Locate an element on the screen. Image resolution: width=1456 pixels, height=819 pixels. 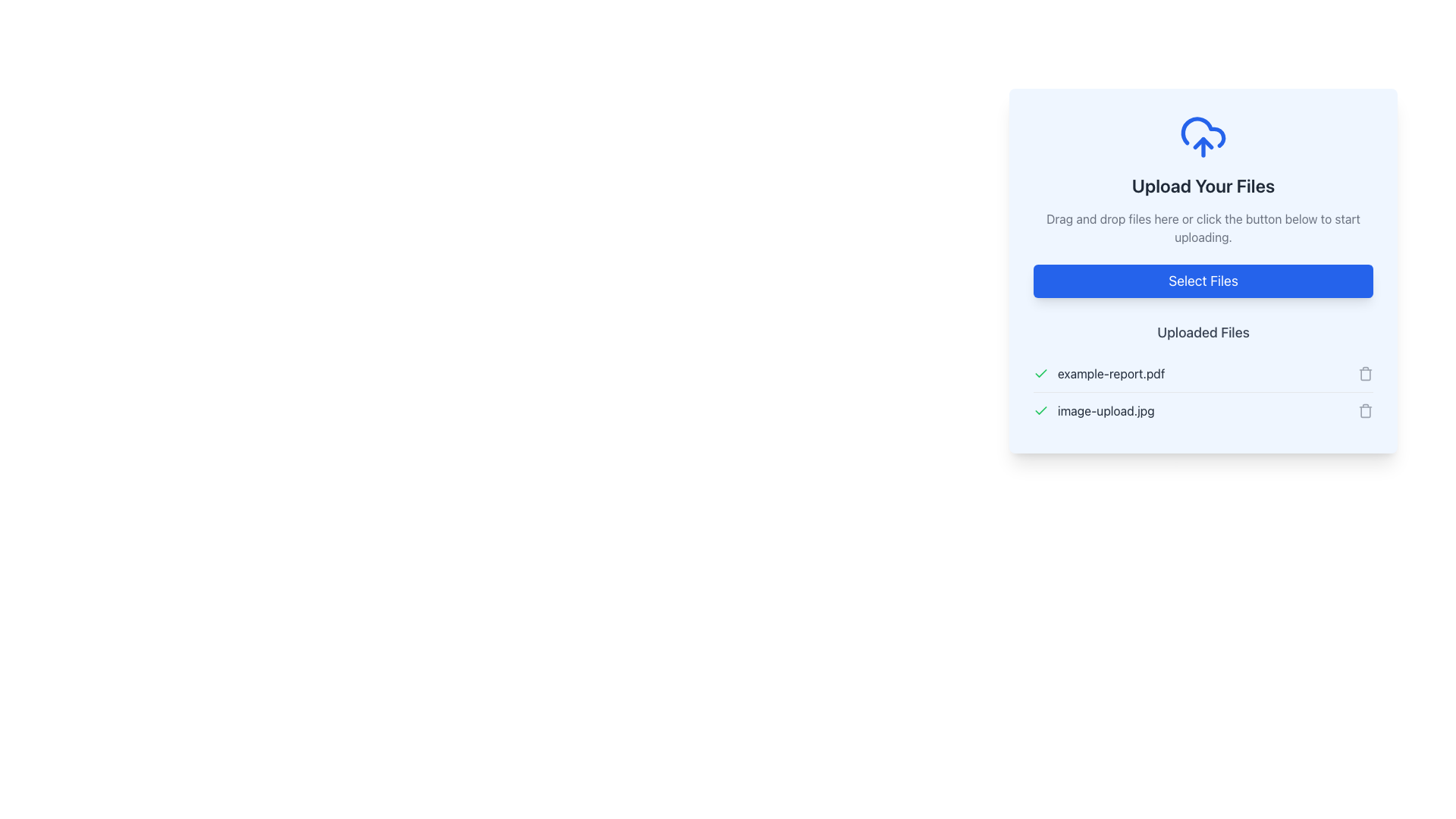
the text label displaying the name of the uploaded file, which is the first item in the list of uploaded files, located beside the green checkmark indicating upload success is located at coordinates (1099, 374).